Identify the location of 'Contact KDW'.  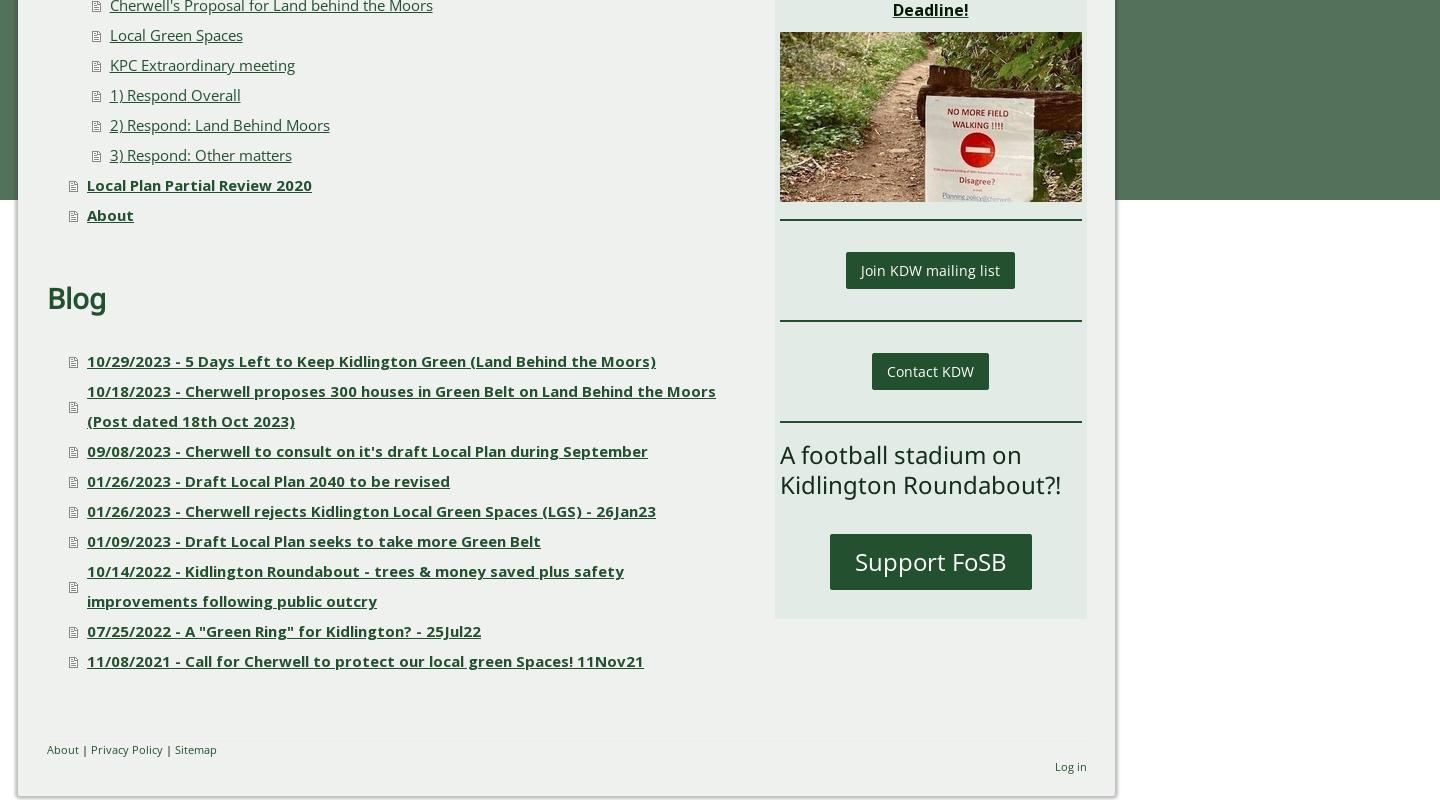
(886, 370).